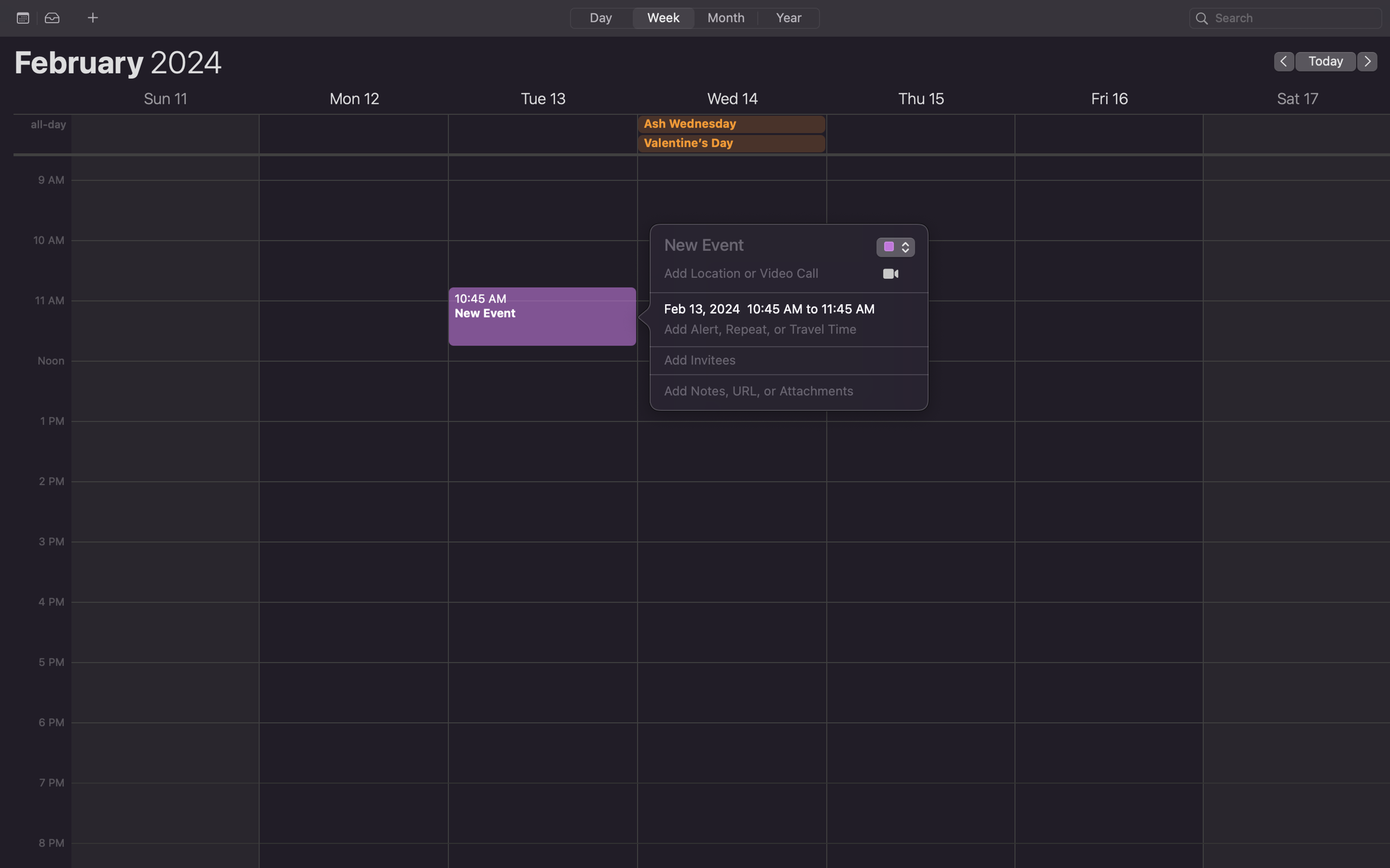 Image resolution: width=1390 pixels, height=868 pixels. What do you see at coordinates (762, 277) in the screenshot?
I see `Register the location "Conference Room 2"` at bounding box center [762, 277].